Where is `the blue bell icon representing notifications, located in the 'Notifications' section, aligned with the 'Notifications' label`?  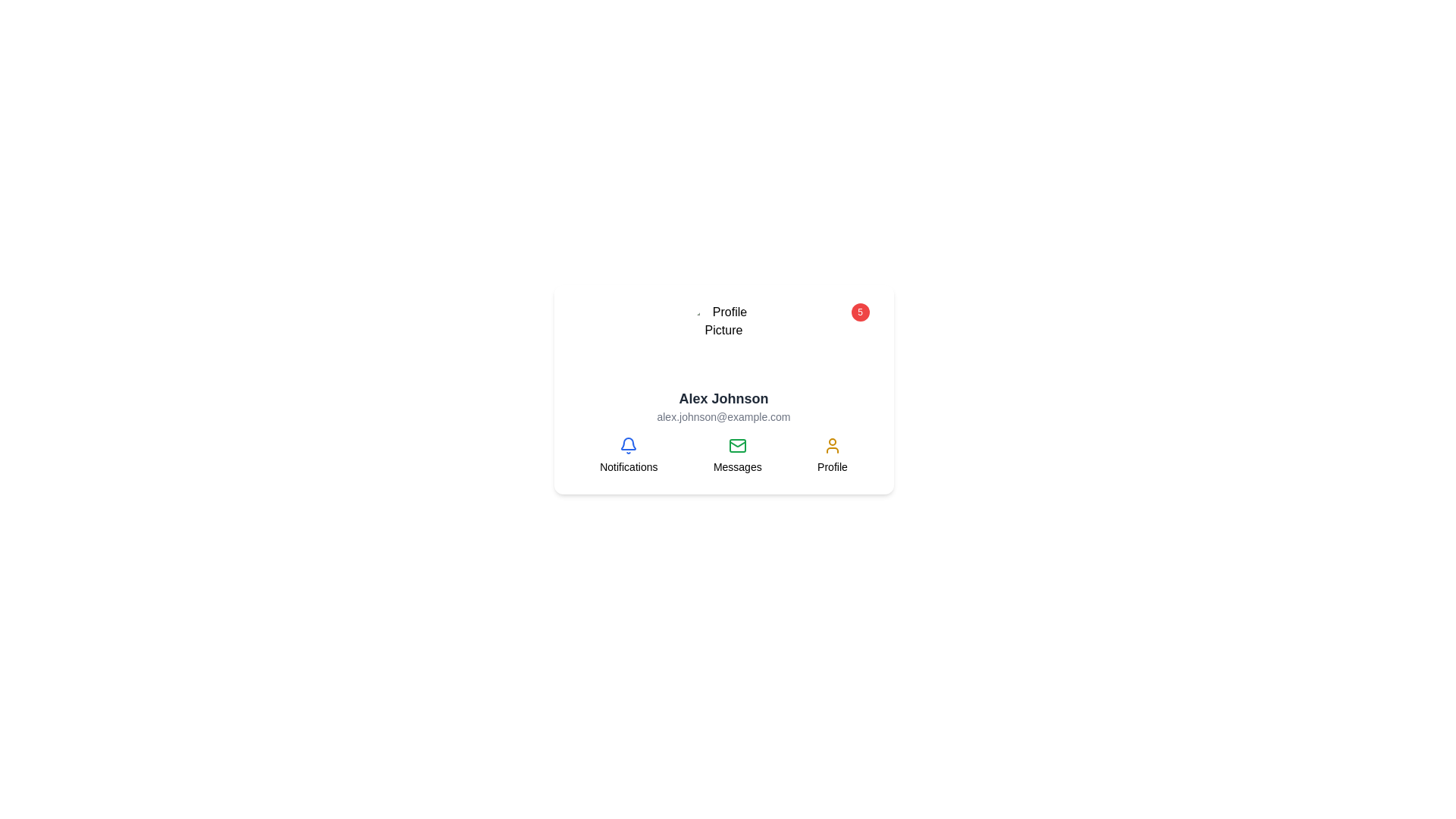
the blue bell icon representing notifications, located in the 'Notifications' section, aligned with the 'Notifications' label is located at coordinates (629, 444).